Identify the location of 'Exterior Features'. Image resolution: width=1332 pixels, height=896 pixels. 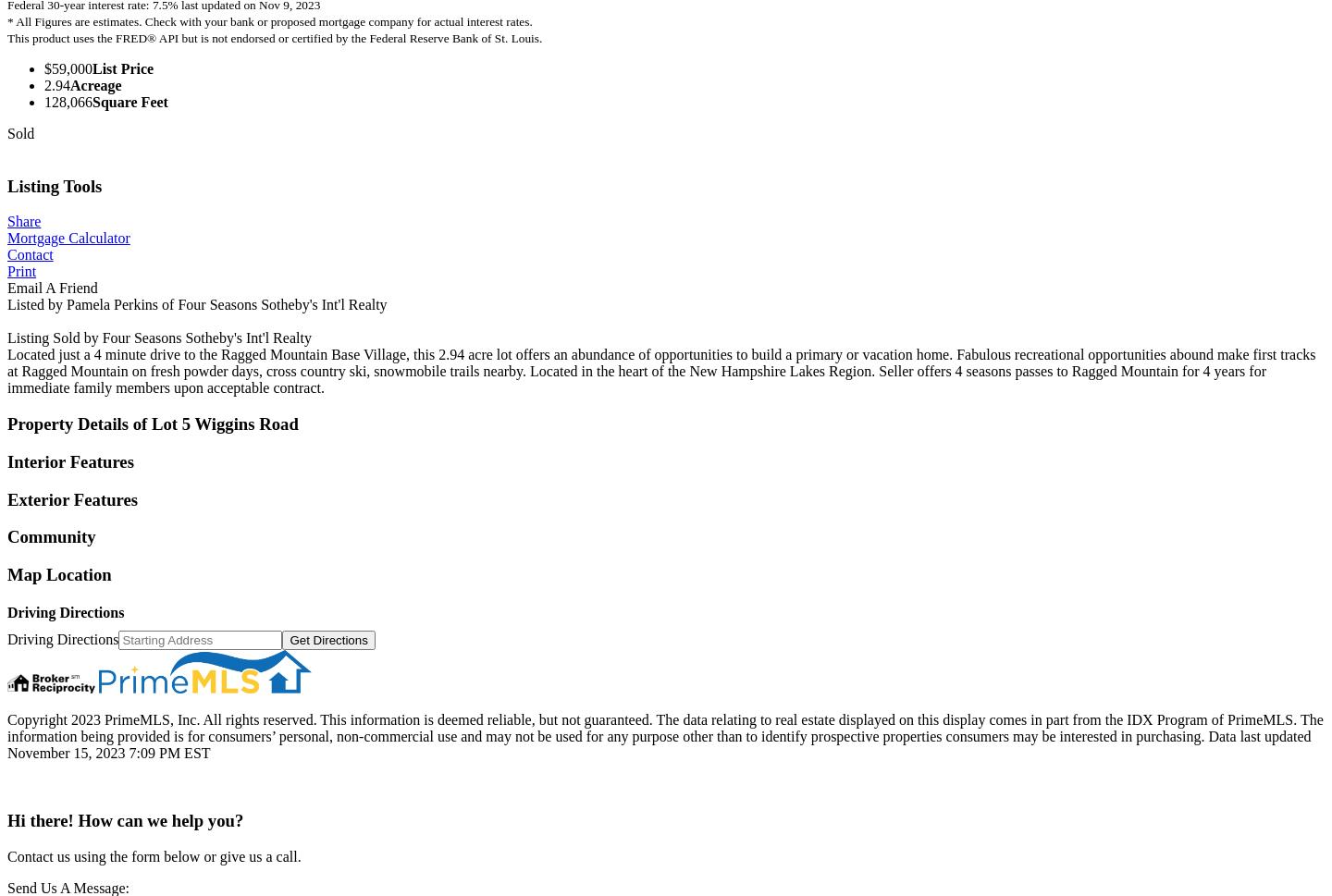
(72, 498).